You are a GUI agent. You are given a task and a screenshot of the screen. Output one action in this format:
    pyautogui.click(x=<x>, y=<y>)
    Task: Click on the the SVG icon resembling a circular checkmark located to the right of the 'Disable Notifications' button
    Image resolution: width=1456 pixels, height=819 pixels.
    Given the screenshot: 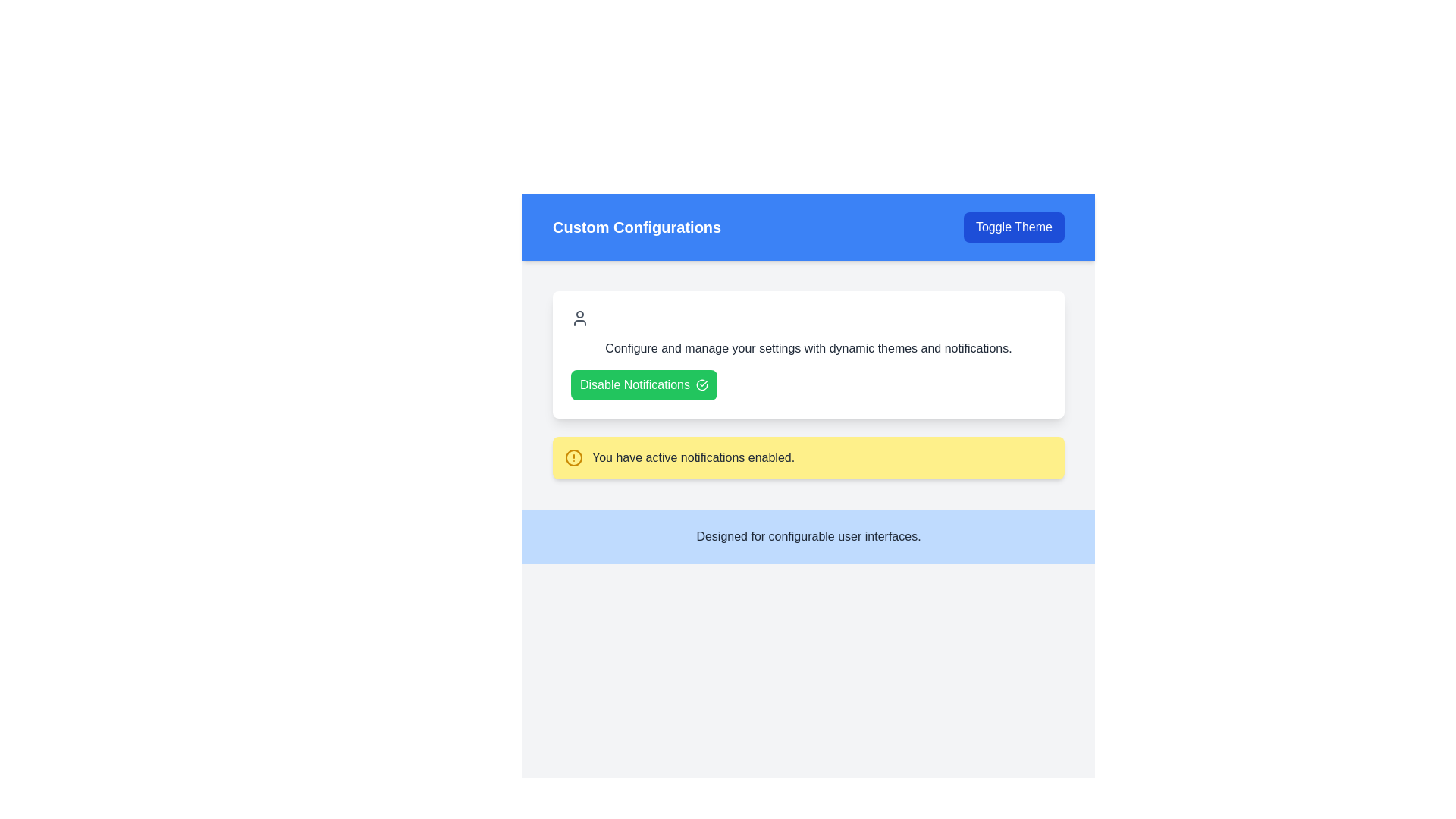 What is the action you would take?
    pyautogui.click(x=701, y=384)
    